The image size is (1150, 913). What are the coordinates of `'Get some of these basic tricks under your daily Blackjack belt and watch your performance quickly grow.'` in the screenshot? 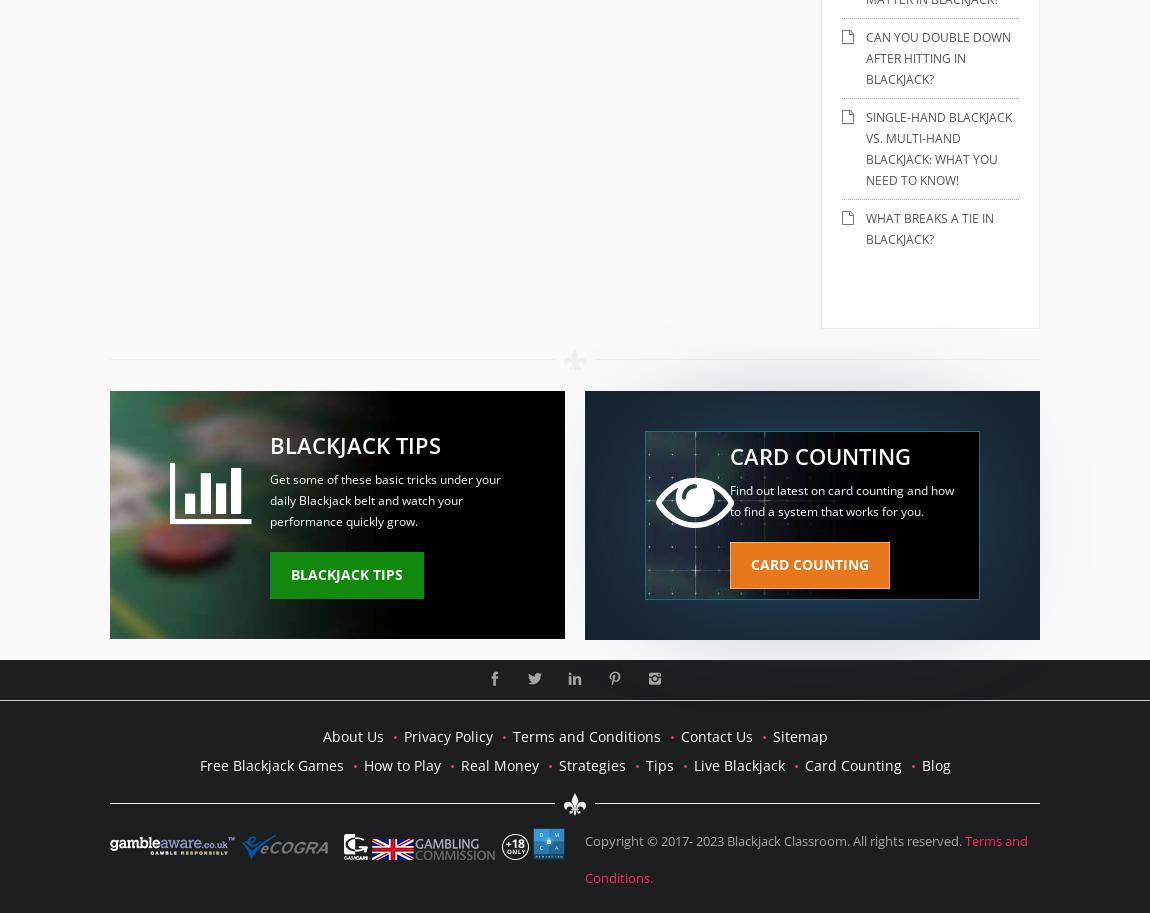 It's located at (385, 500).